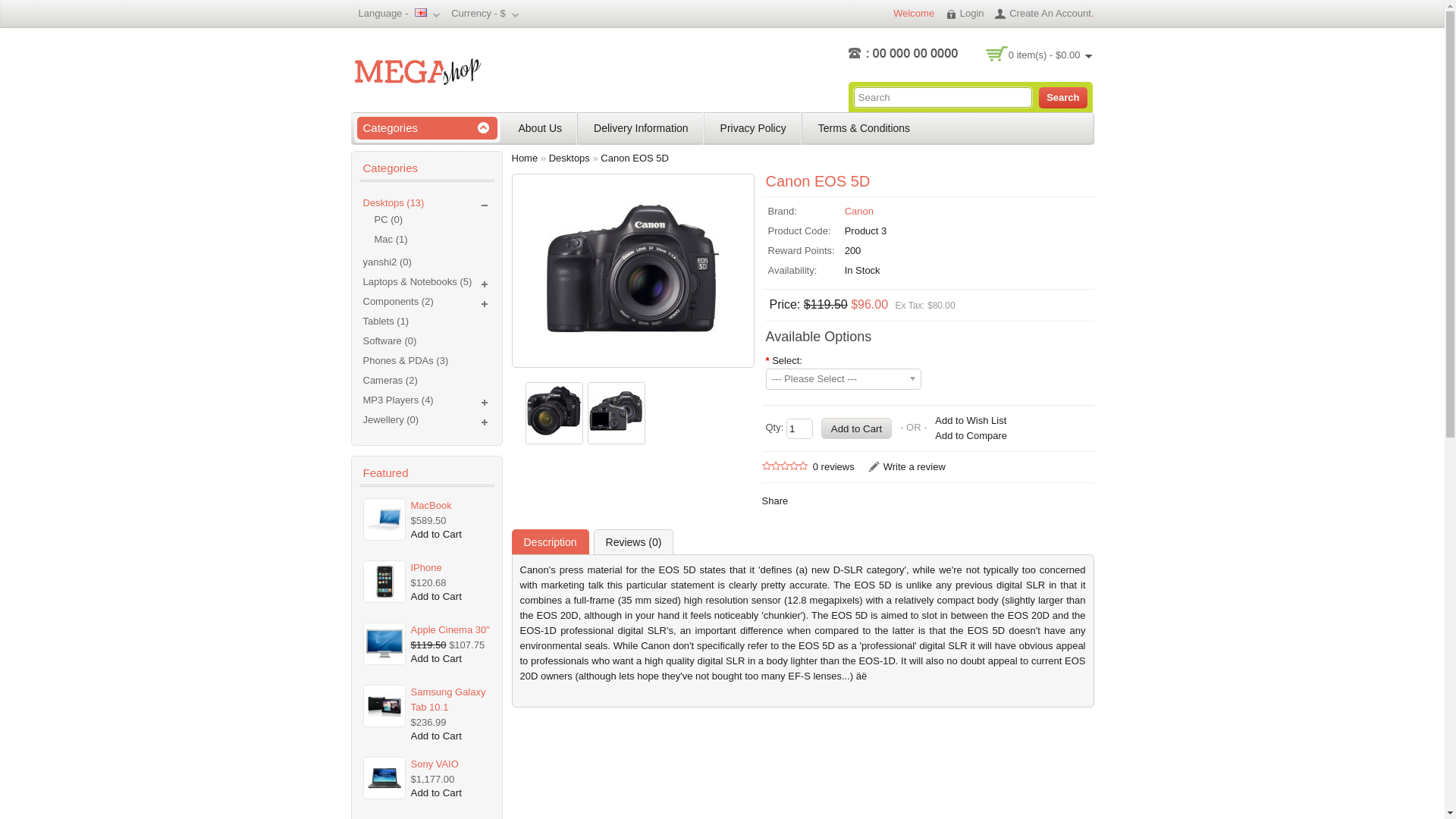 This screenshot has height=819, width=1456. Describe the element at coordinates (386, 261) in the screenshot. I see `'yanshi2 (0)'` at that location.